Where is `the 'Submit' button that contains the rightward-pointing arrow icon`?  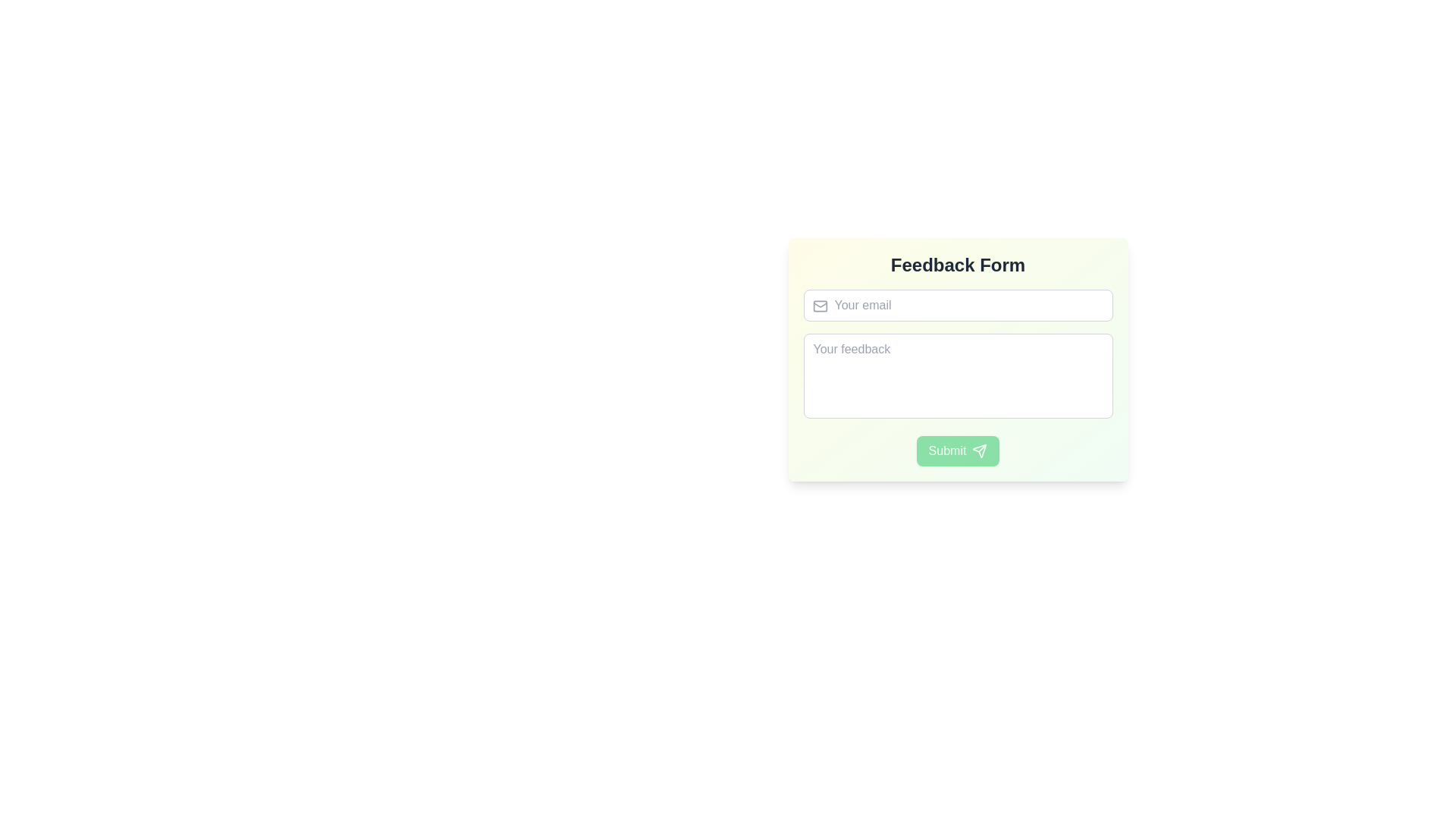
the 'Submit' button that contains the rightward-pointing arrow icon is located at coordinates (980, 450).